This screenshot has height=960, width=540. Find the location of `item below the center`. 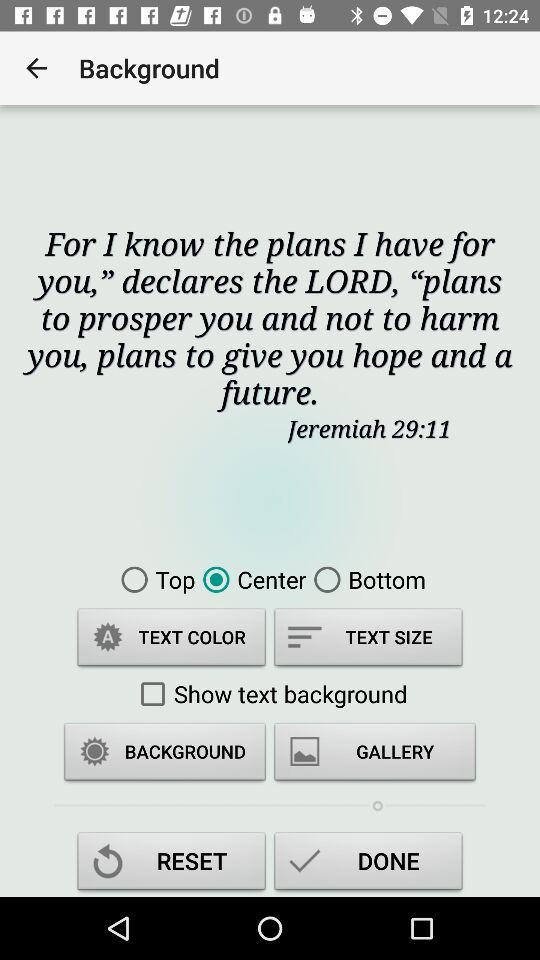

item below the center is located at coordinates (367, 639).